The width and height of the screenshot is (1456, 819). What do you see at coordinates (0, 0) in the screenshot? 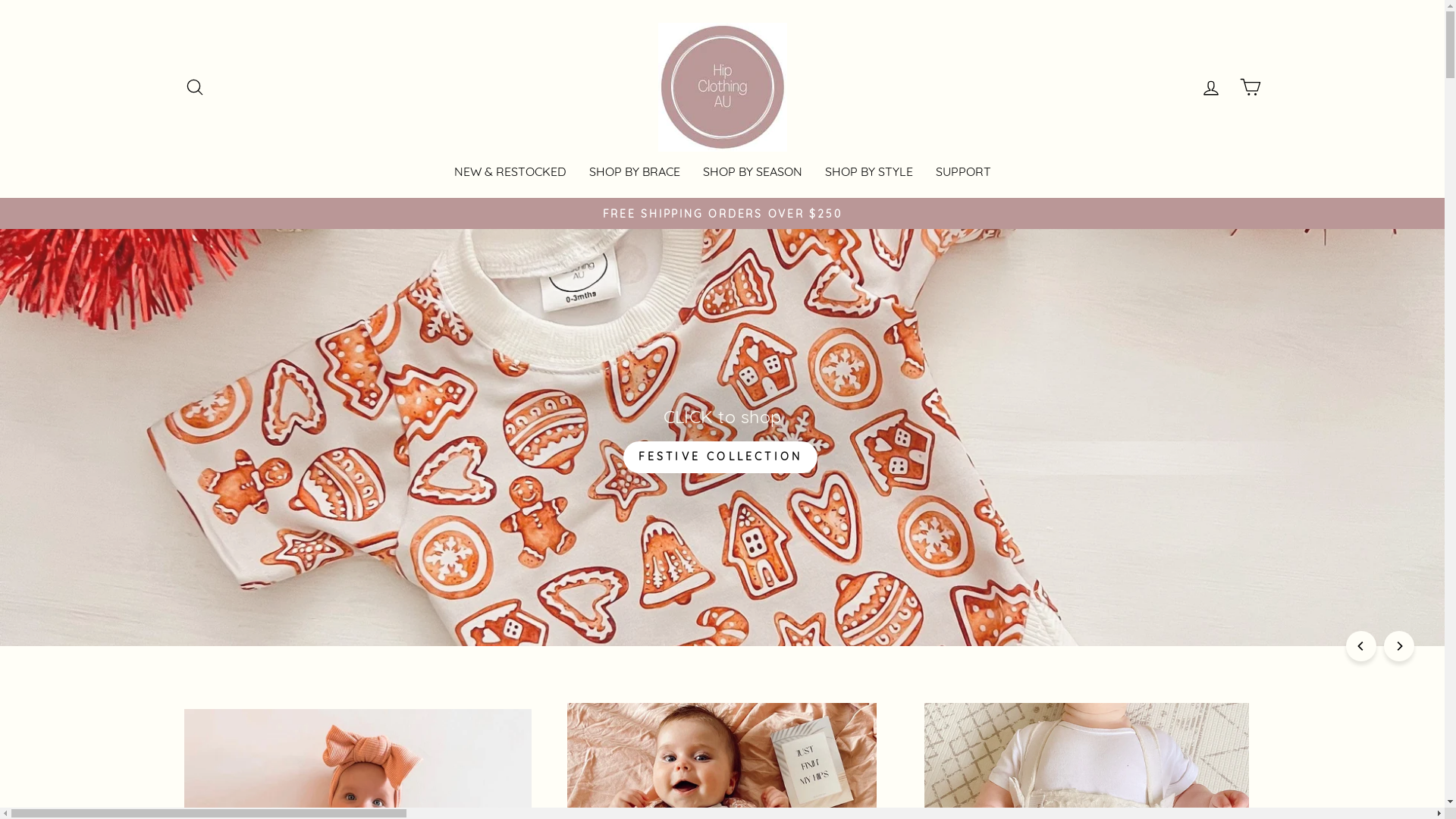
I see `'Skip to content'` at bounding box center [0, 0].